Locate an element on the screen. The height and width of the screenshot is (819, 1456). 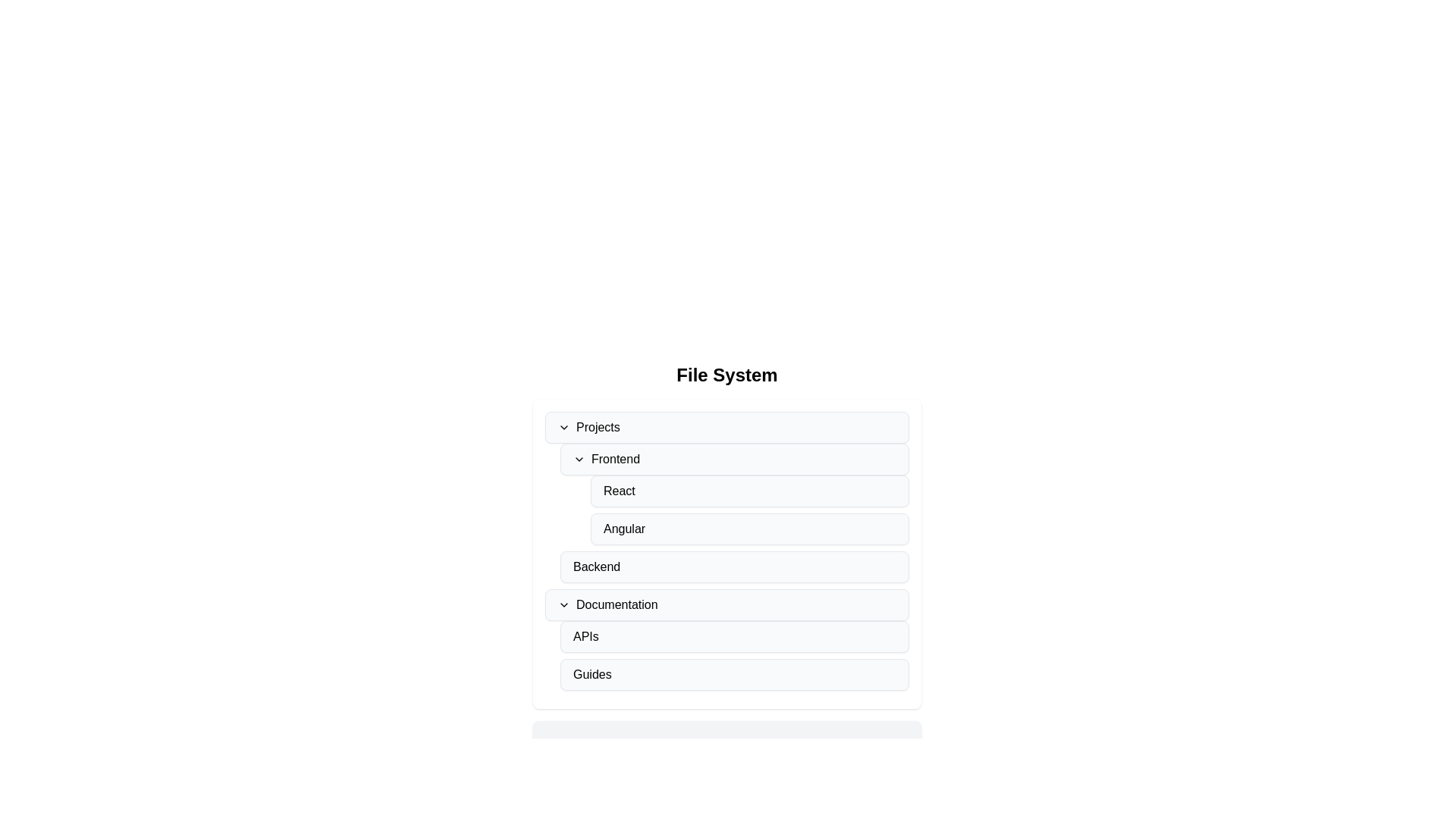
the 'APIs' button, which is a rectangular button with a light gray background and rounded corners, located in the 'Documentation' section is located at coordinates (735, 637).